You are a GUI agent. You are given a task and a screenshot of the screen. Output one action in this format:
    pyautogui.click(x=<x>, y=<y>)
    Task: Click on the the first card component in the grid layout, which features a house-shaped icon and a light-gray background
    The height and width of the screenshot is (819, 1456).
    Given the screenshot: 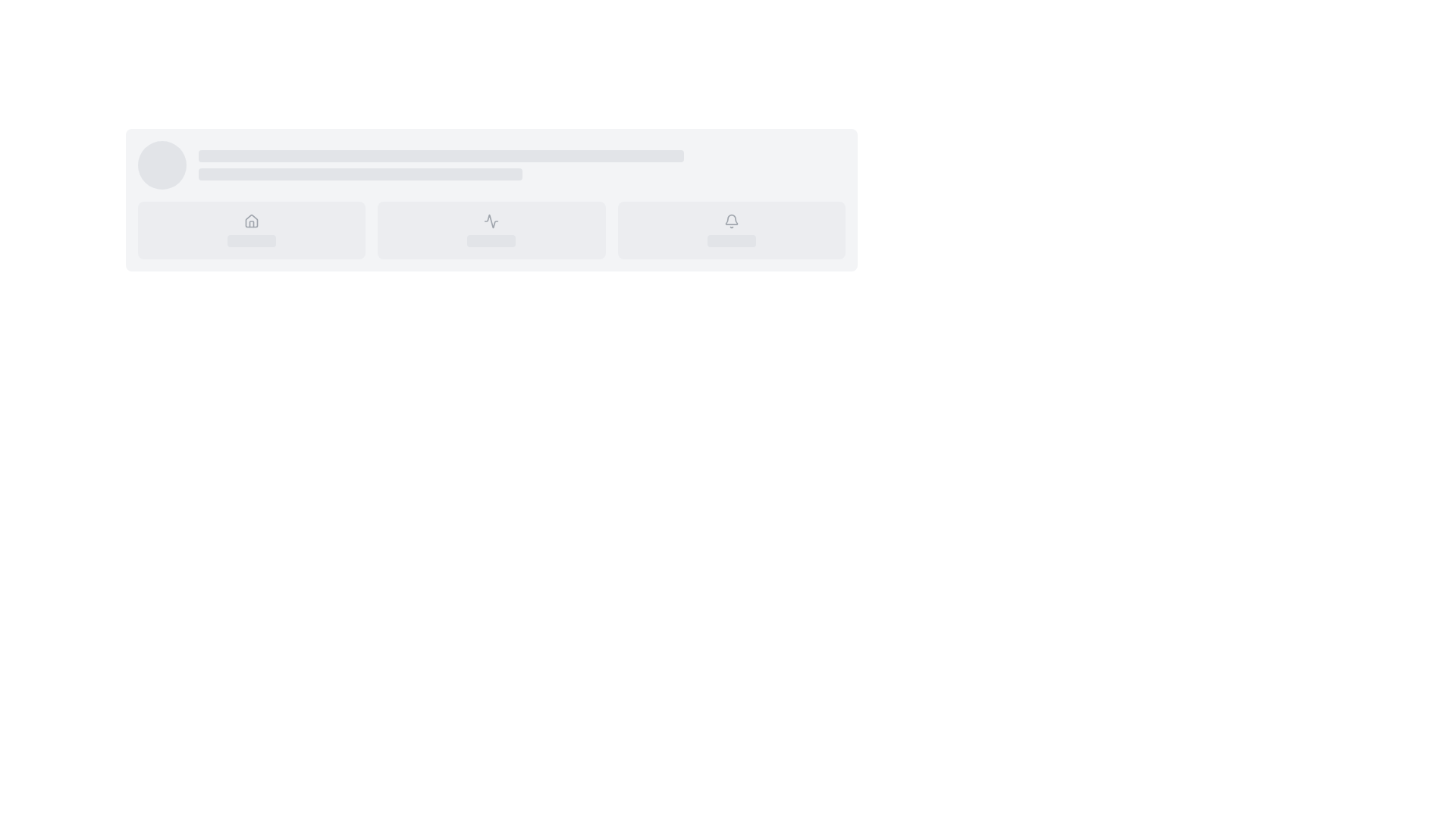 What is the action you would take?
    pyautogui.click(x=252, y=231)
    